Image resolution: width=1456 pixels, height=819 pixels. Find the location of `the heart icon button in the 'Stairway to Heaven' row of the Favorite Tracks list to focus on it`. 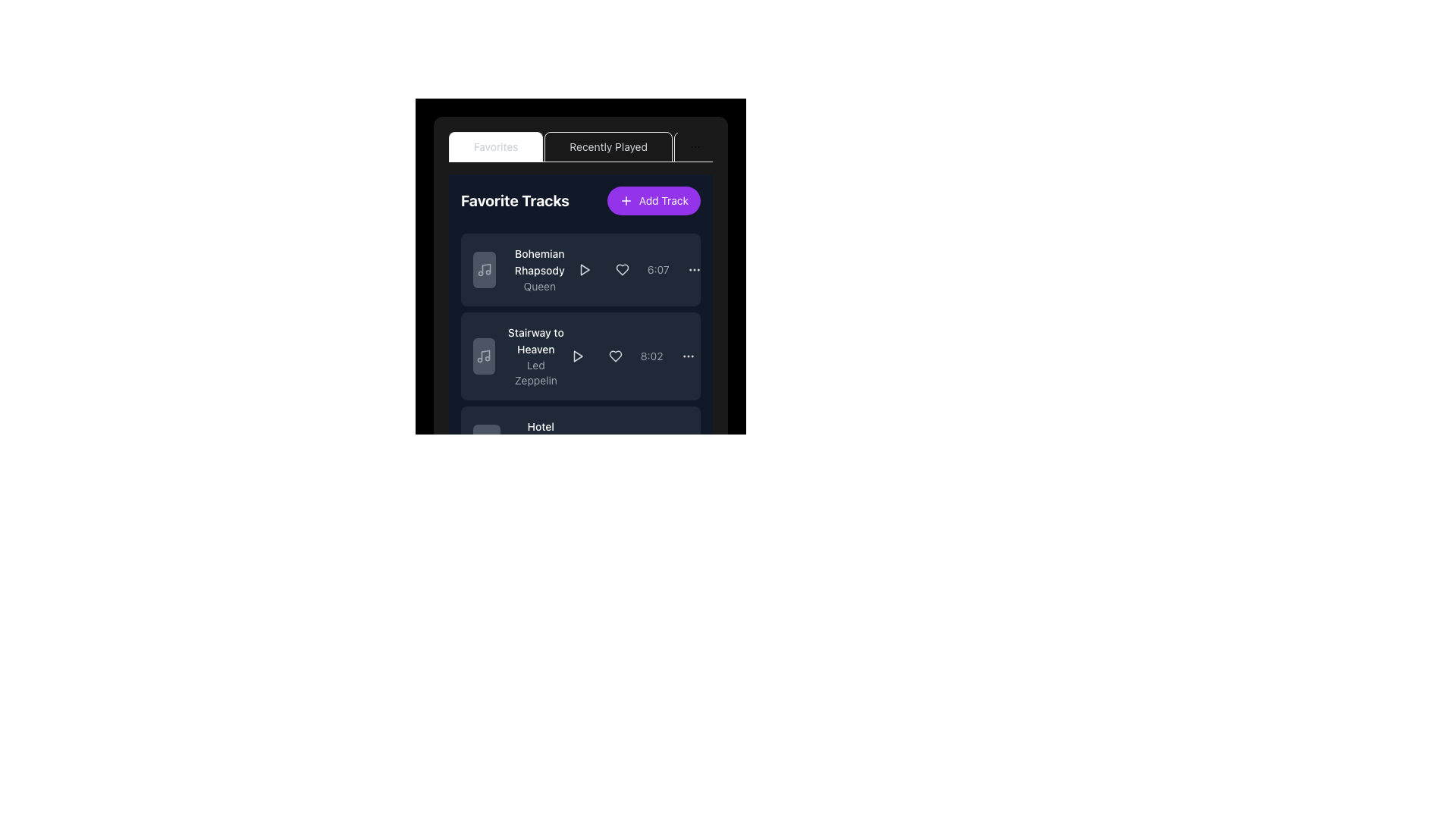

the heart icon button in the 'Stairway to Heaven' row of the Favorite Tracks list to focus on it is located at coordinates (615, 356).